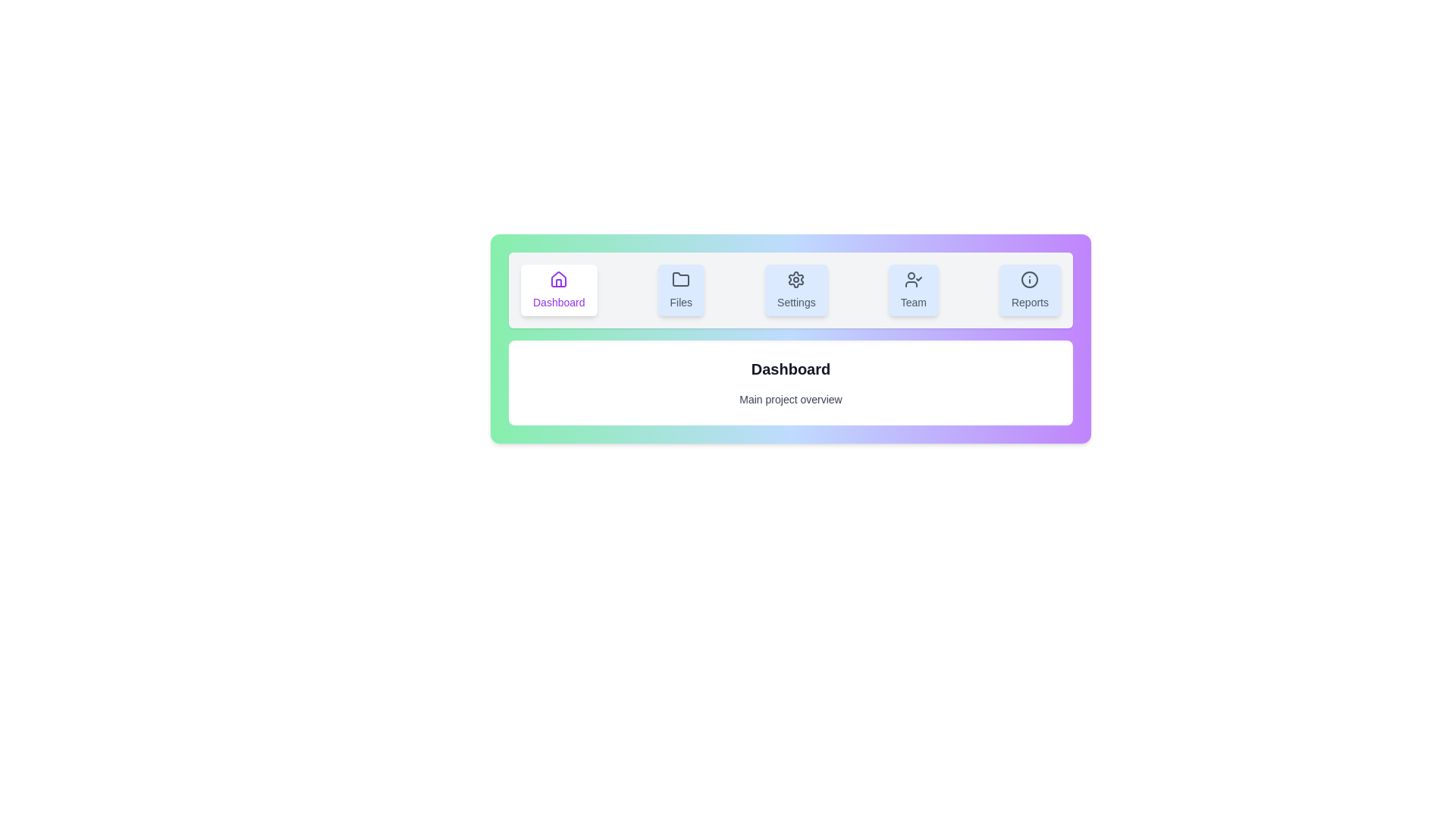  What do you see at coordinates (558, 290) in the screenshot?
I see `the tab labeled Dashboard to observe the visual feedback` at bounding box center [558, 290].